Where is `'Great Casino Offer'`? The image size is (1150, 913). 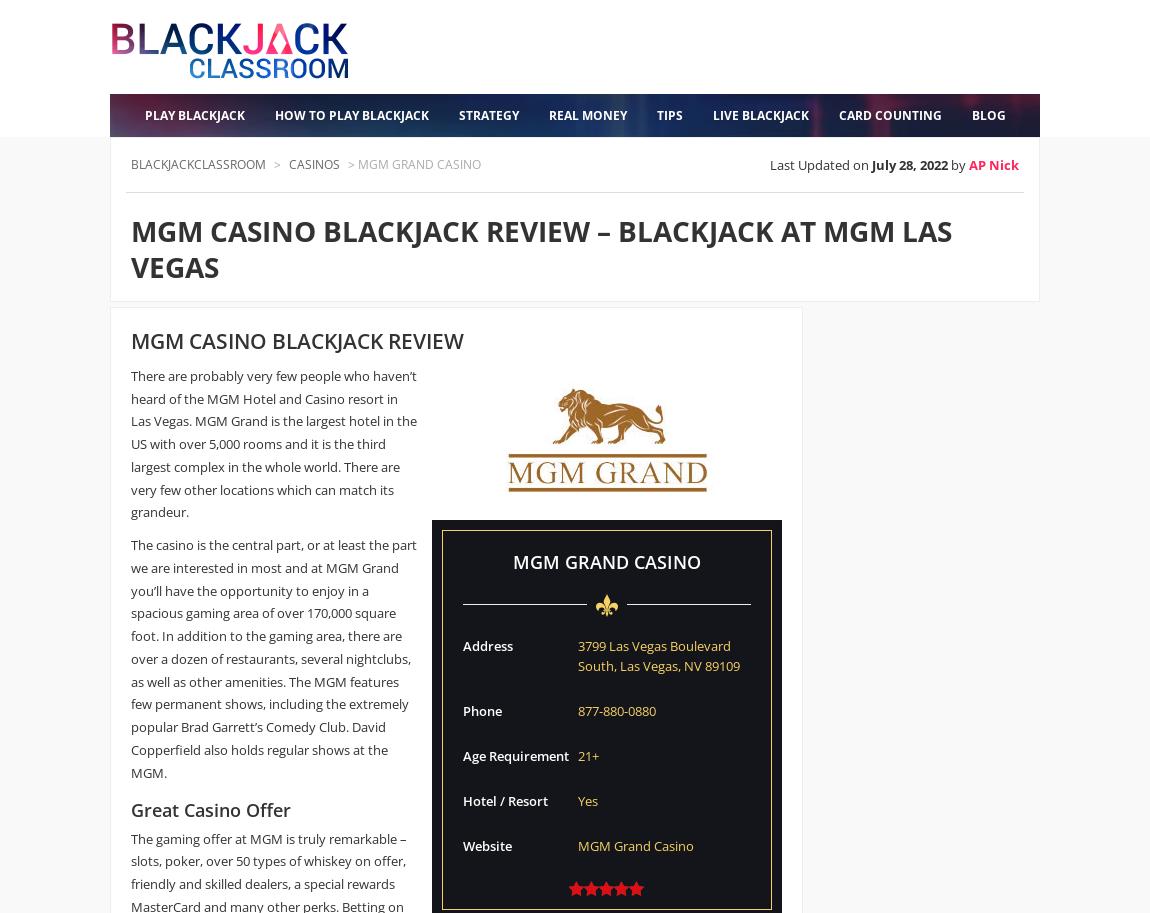
'Great Casino Offer' is located at coordinates (210, 809).